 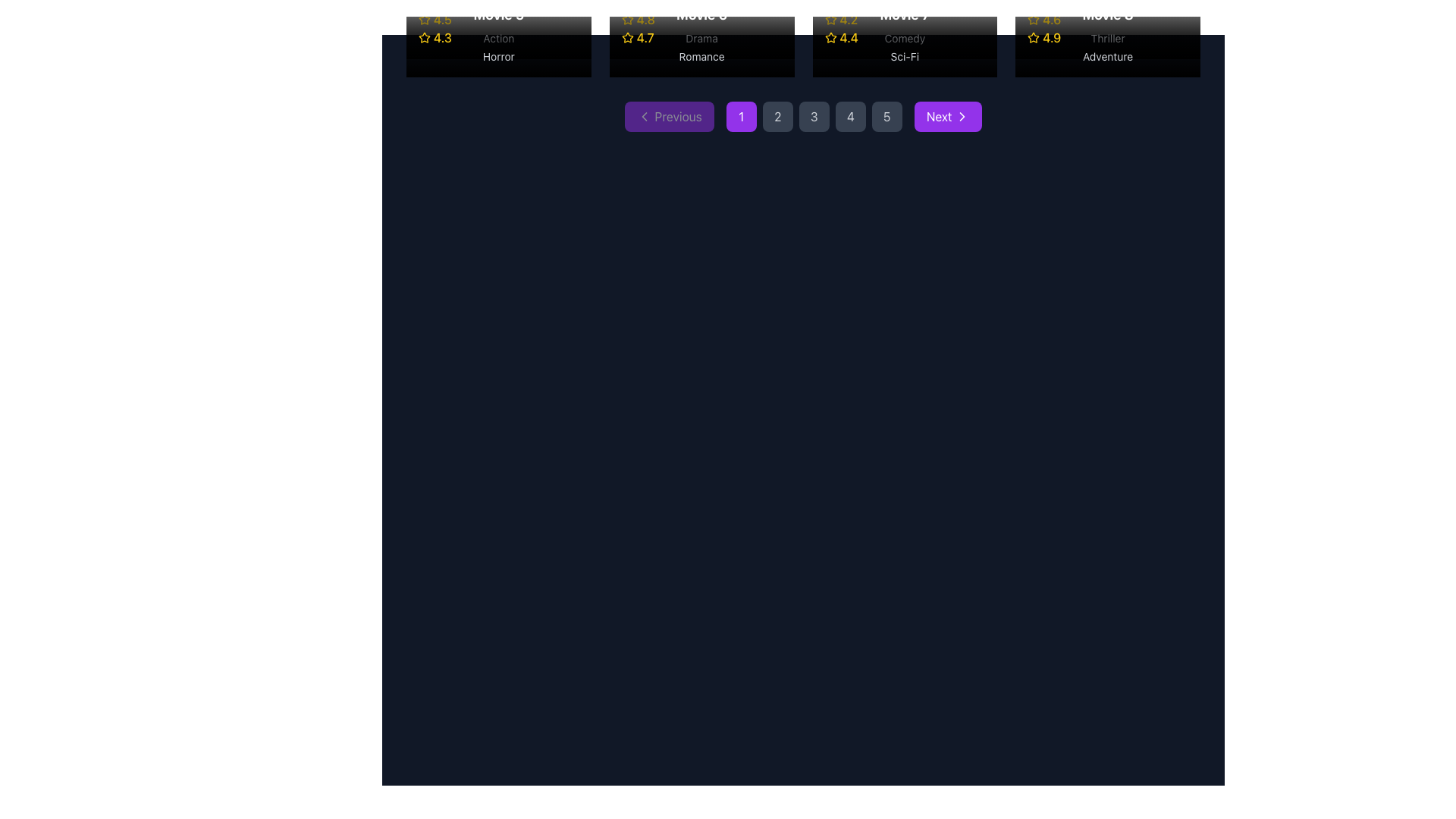 What do you see at coordinates (813, 116) in the screenshot?
I see `the circular button labeled '3' which is medium gray with white text` at bounding box center [813, 116].